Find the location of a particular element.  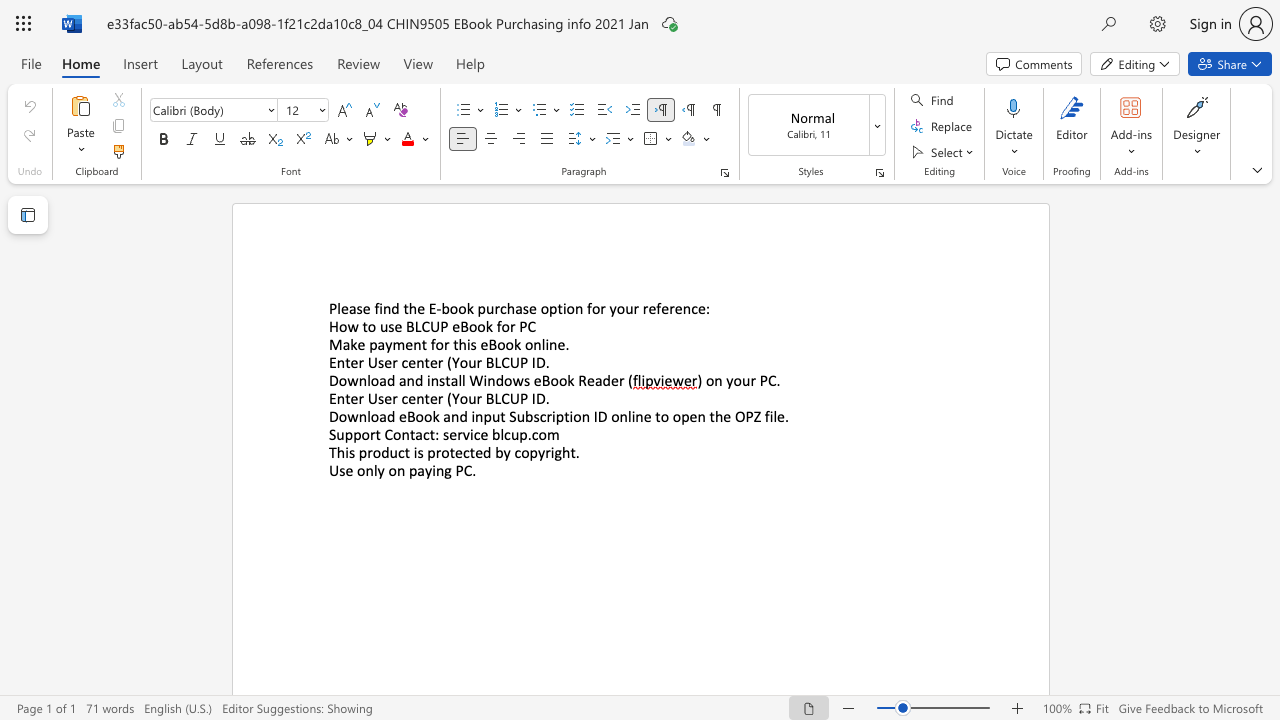

the subset text "This produ" within the text "This product is protected by copyright." is located at coordinates (328, 452).